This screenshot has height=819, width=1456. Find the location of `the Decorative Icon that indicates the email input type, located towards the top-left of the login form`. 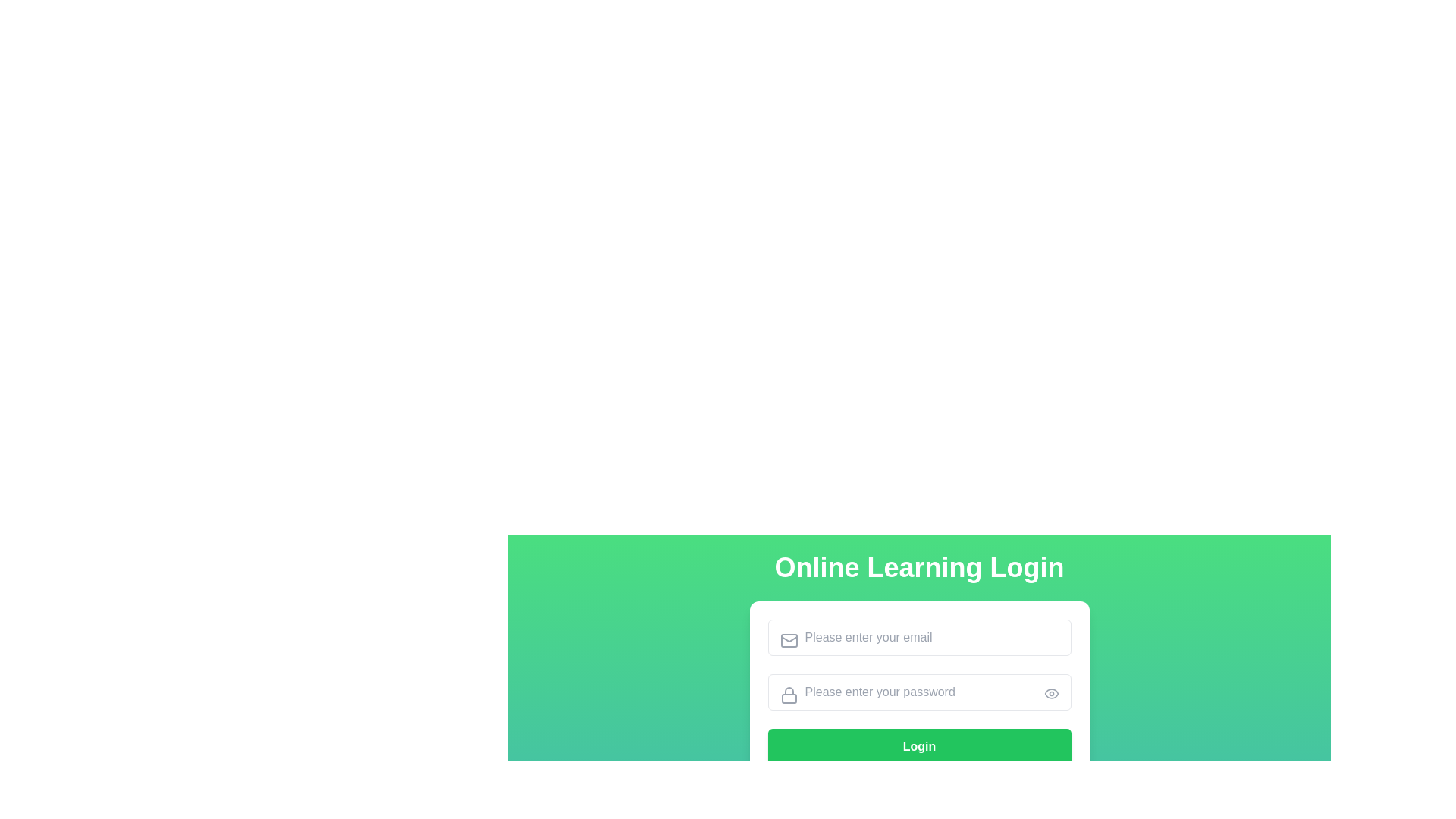

the Decorative Icon that indicates the email input type, located towards the top-left of the login form is located at coordinates (789, 640).